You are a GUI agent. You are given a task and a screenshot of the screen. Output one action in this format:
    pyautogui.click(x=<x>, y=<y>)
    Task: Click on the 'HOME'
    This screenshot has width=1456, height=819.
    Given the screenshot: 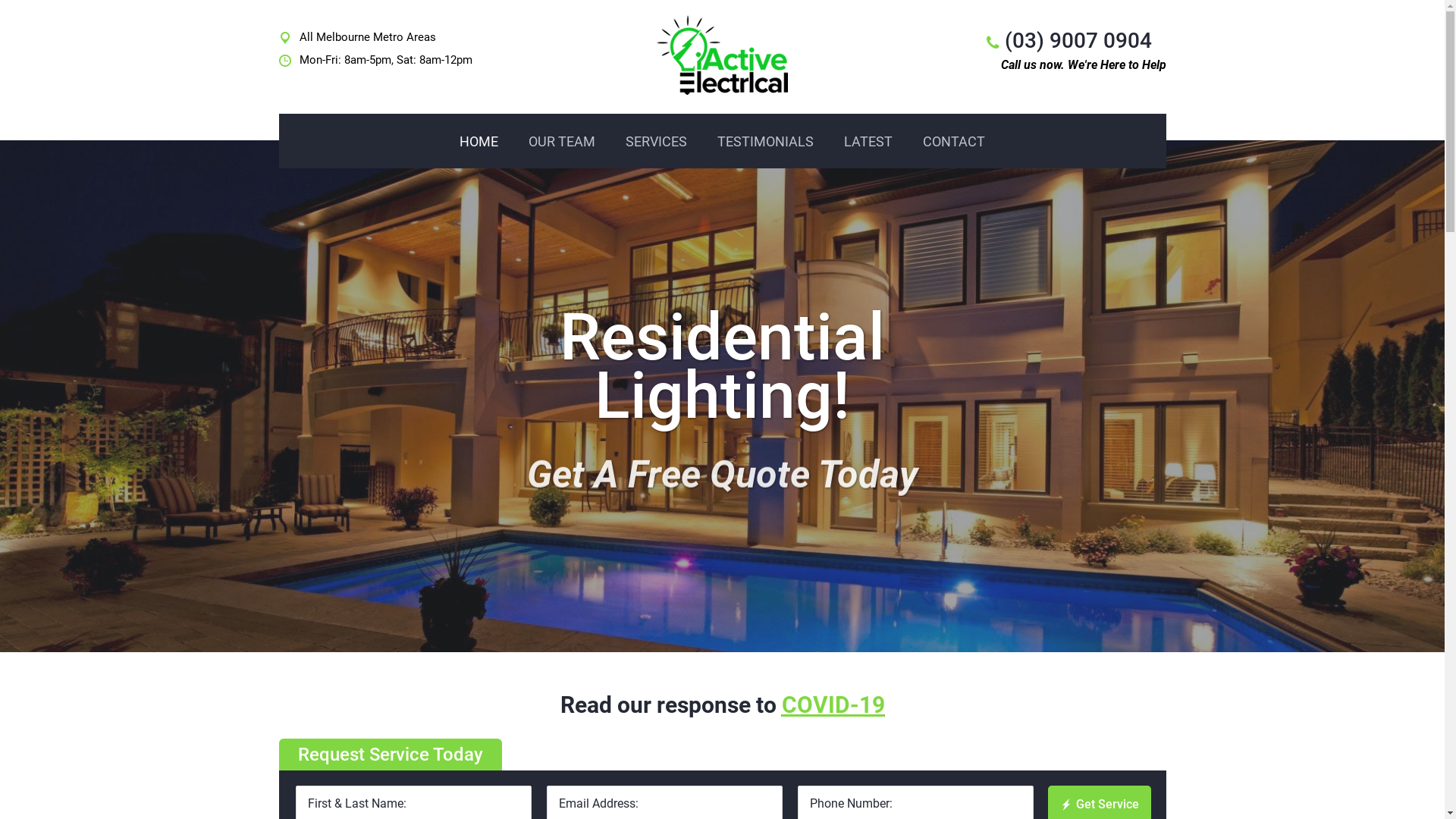 What is the action you would take?
    pyautogui.click(x=443, y=141)
    